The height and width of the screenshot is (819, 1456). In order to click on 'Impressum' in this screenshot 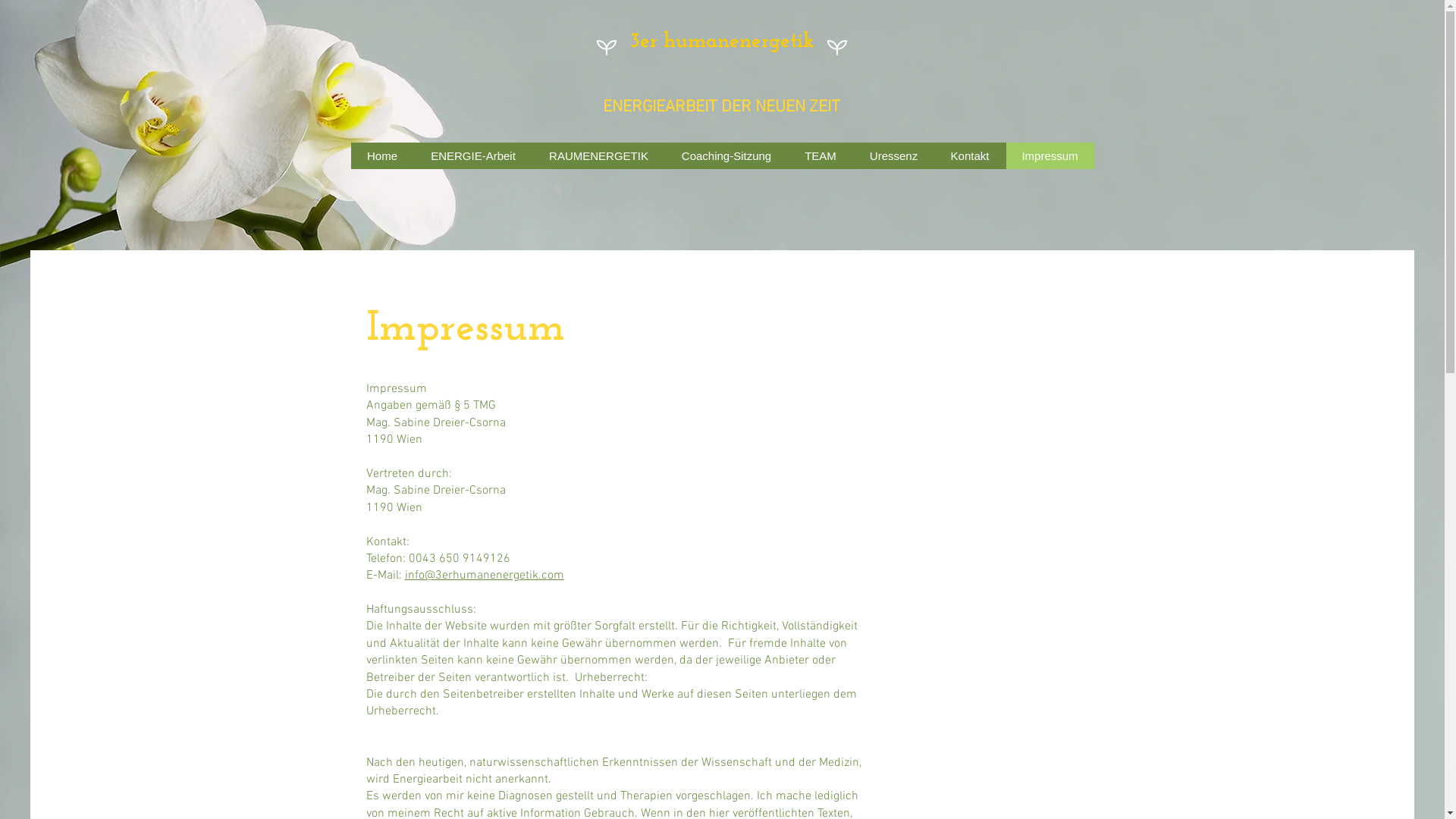, I will do `click(1049, 155)`.